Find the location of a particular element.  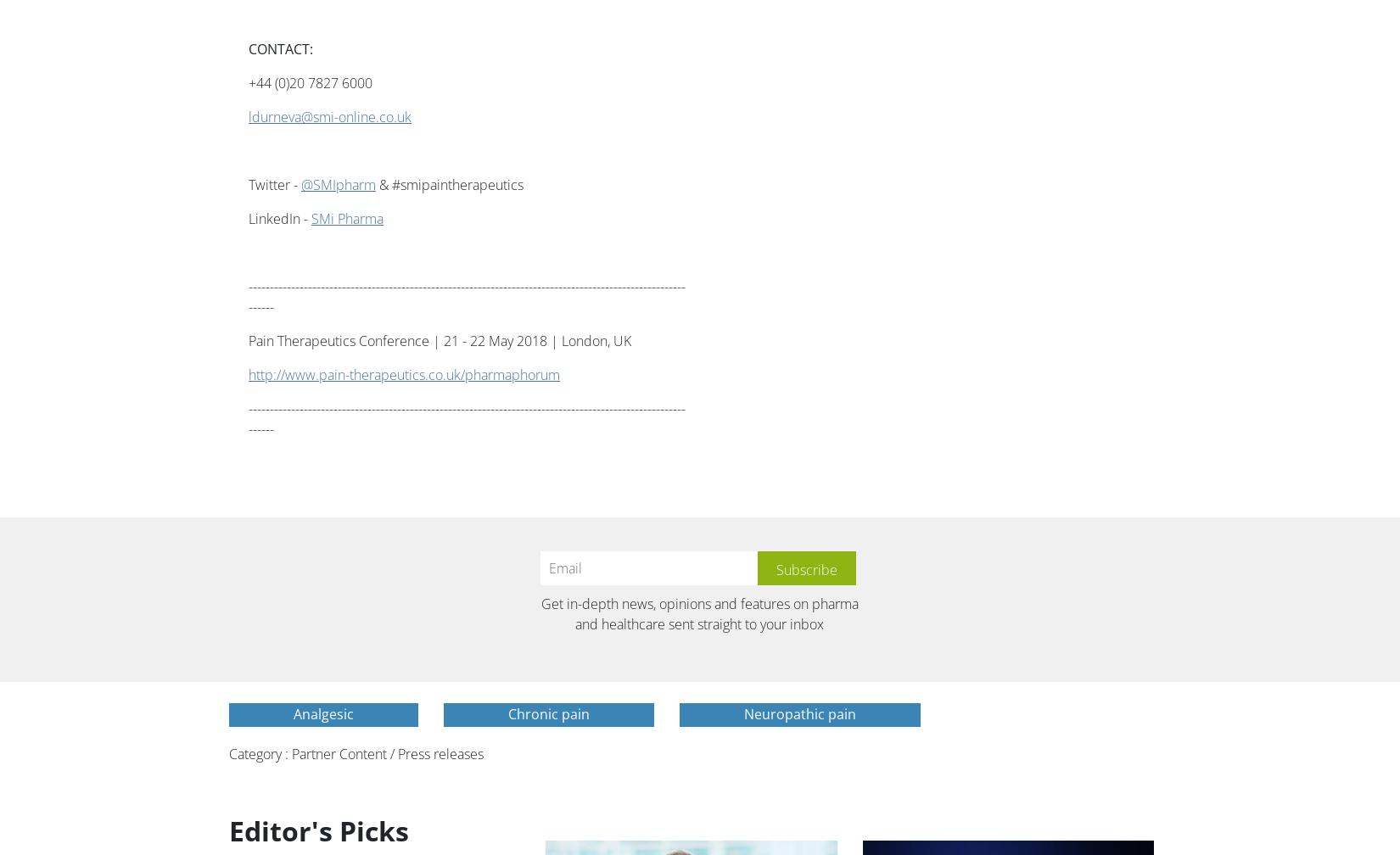

'Analgesic' is located at coordinates (294, 713).